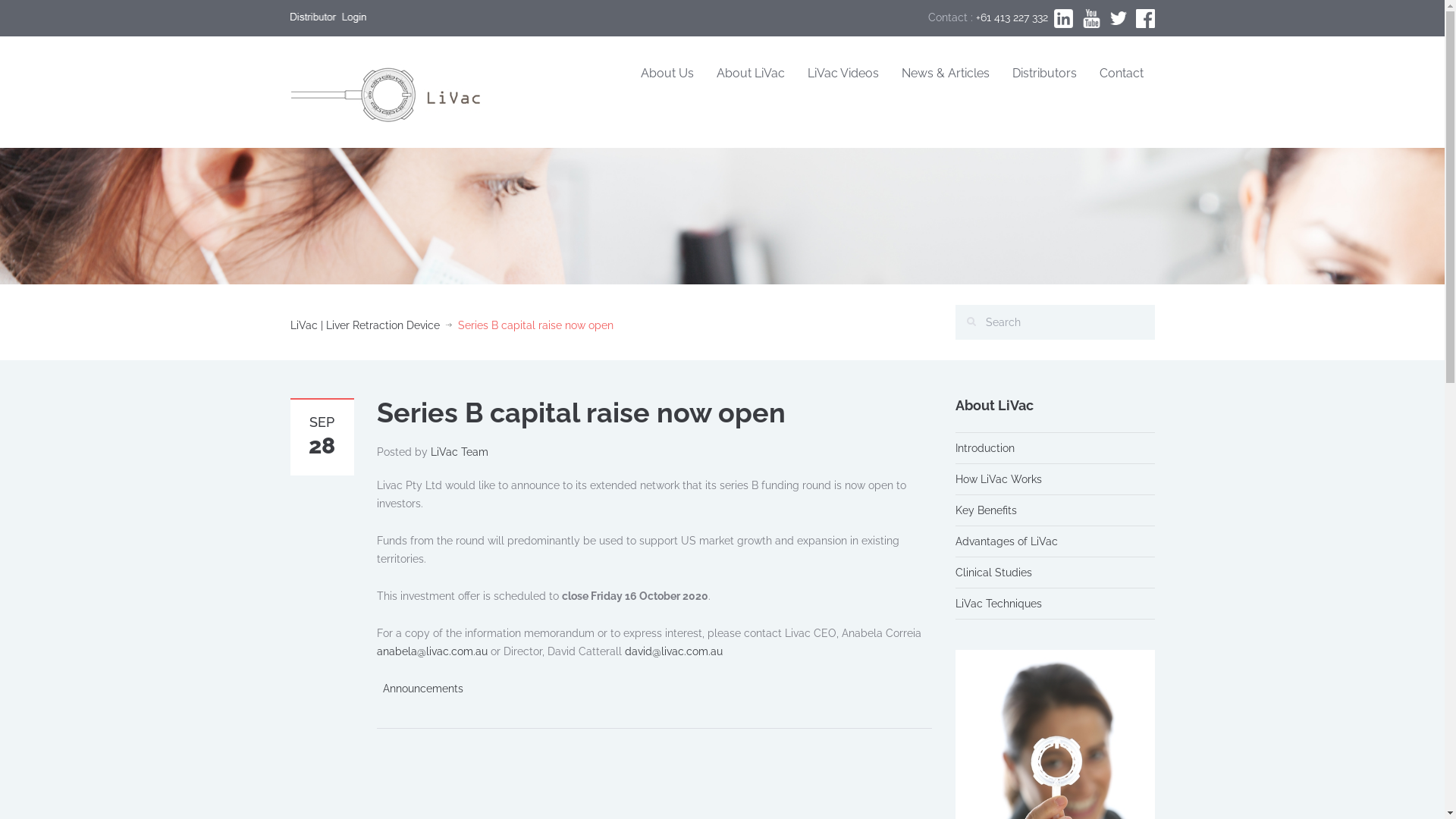 Image resolution: width=1456 pixels, height=819 pixels. I want to click on 'Introduction', so click(985, 447).